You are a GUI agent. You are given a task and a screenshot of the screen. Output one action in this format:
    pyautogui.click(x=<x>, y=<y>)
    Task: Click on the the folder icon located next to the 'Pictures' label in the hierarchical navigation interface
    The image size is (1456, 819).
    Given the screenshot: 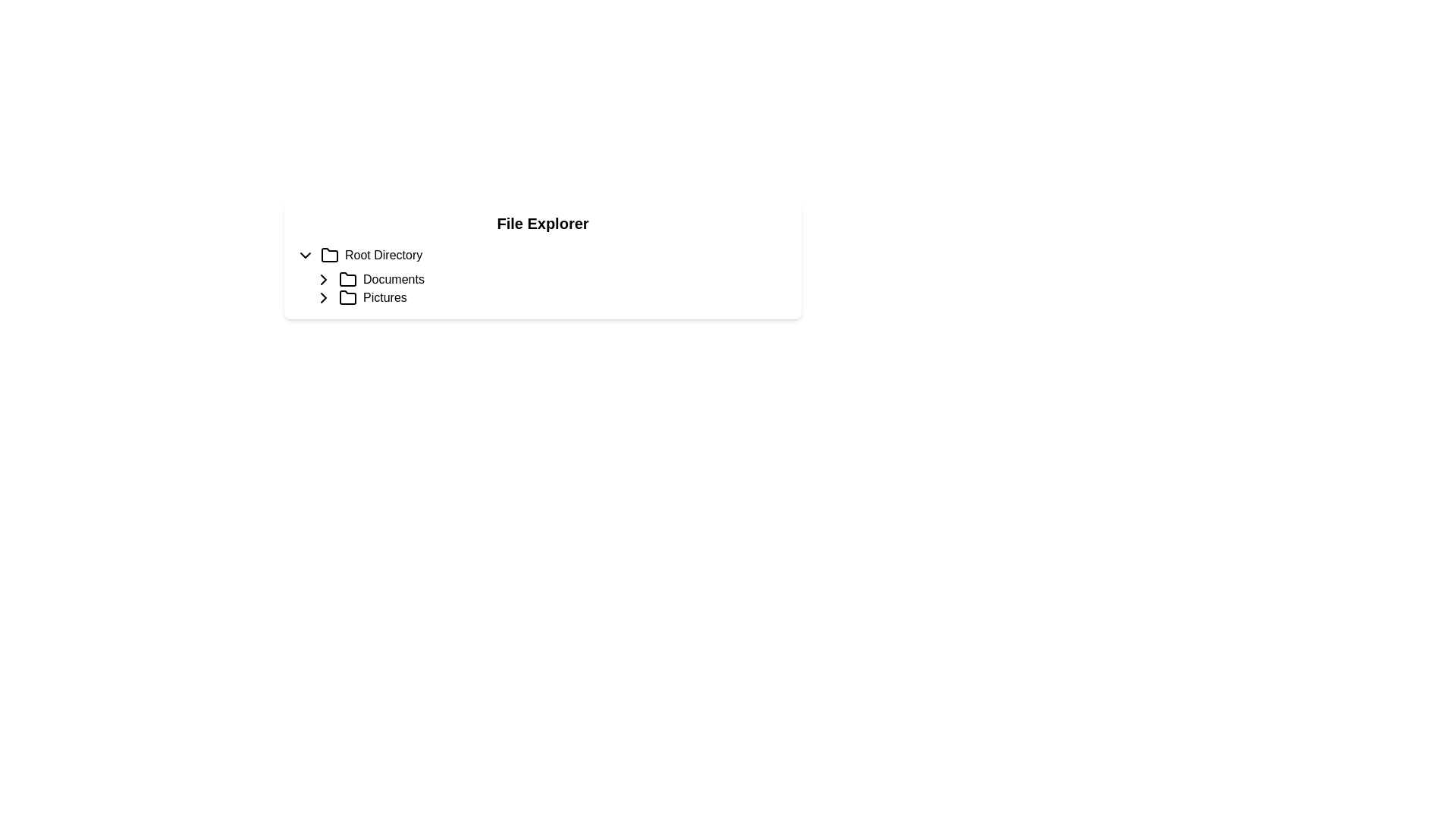 What is the action you would take?
    pyautogui.click(x=347, y=297)
    